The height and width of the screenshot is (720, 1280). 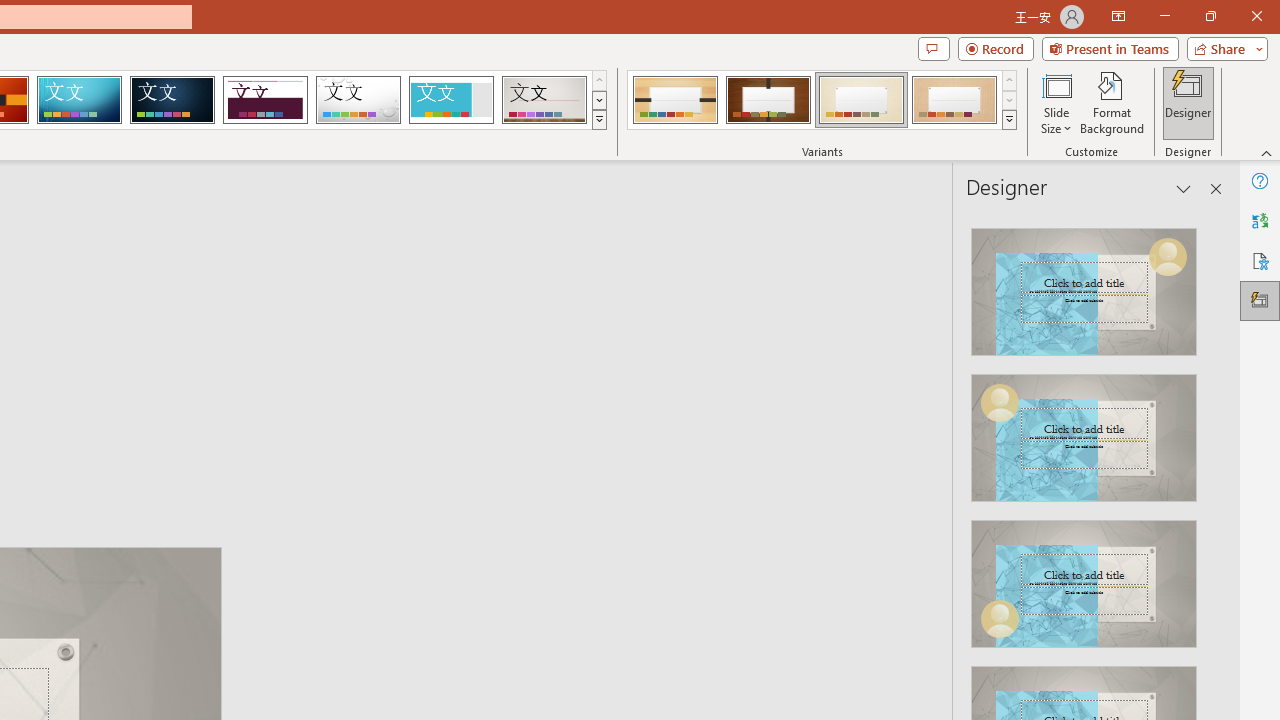 I want to click on 'Droplet', so click(x=358, y=100).